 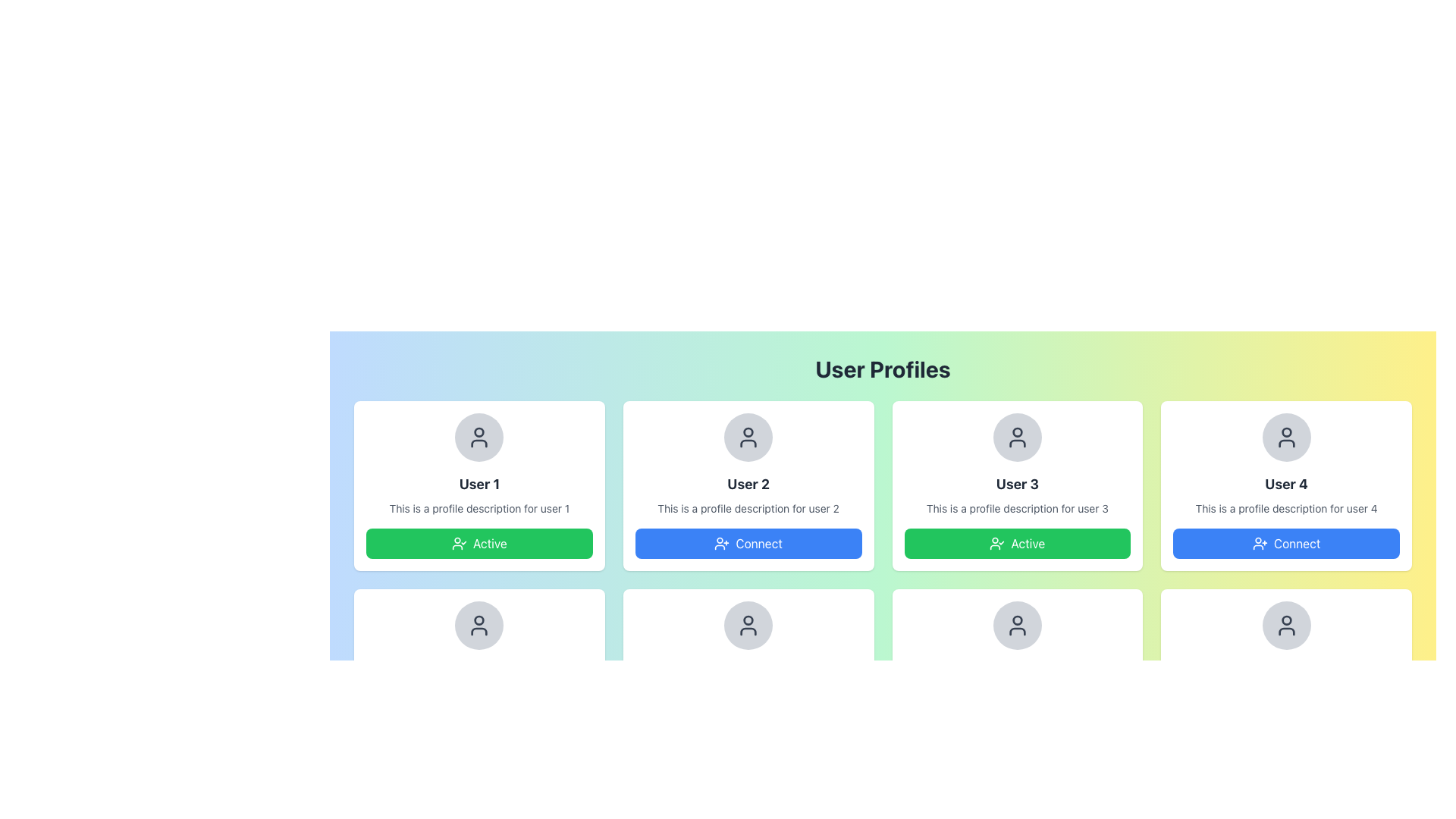 I want to click on the central dot of the profile icon in the second user card labeled 'User 2' located in the user profile grid, so click(x=748, y=432).